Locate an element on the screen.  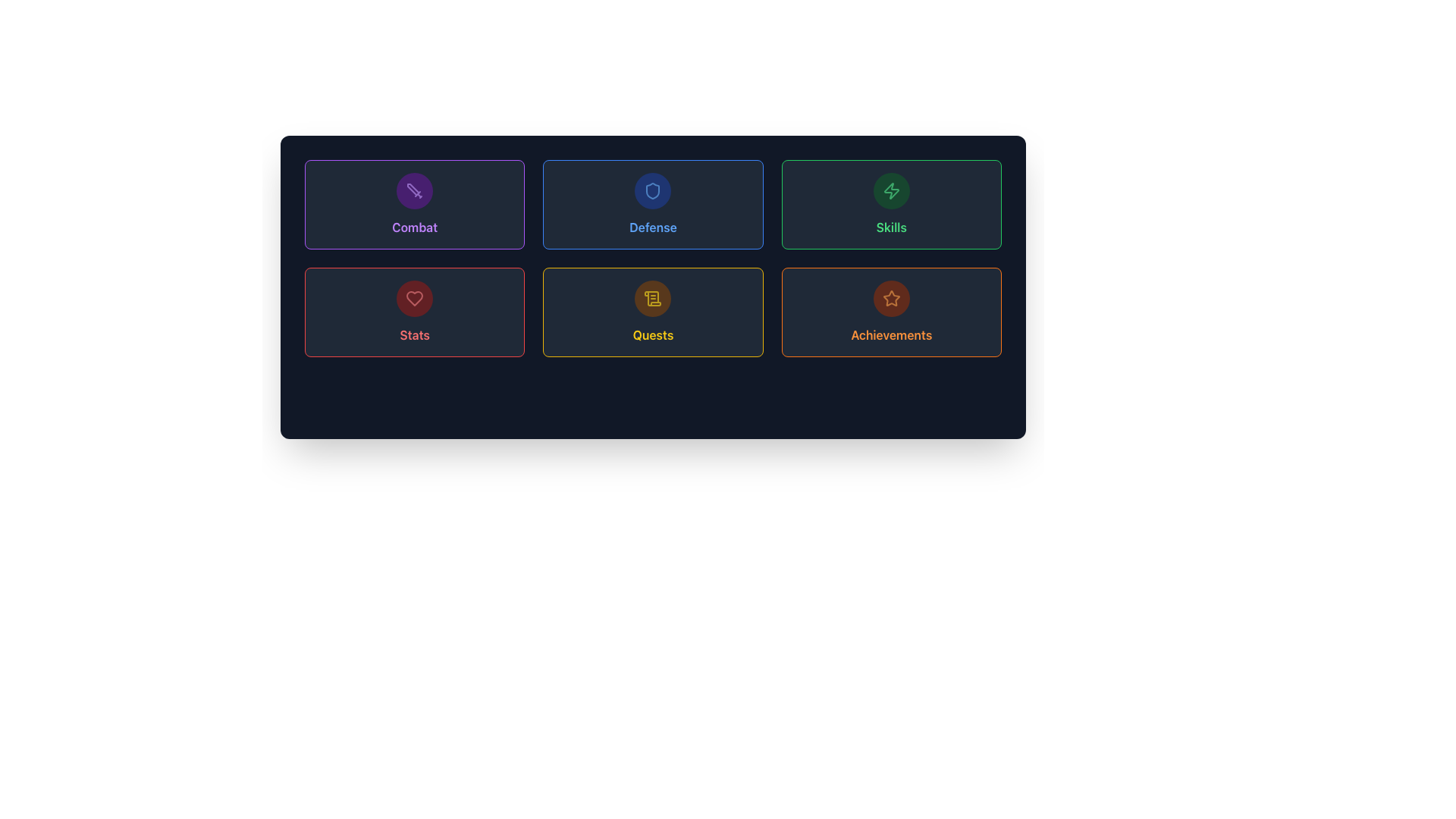
the styled icon resembling a scroll, which is part of the 'Quests' button in the SVG grid layout is located at coordinates (652, 297).